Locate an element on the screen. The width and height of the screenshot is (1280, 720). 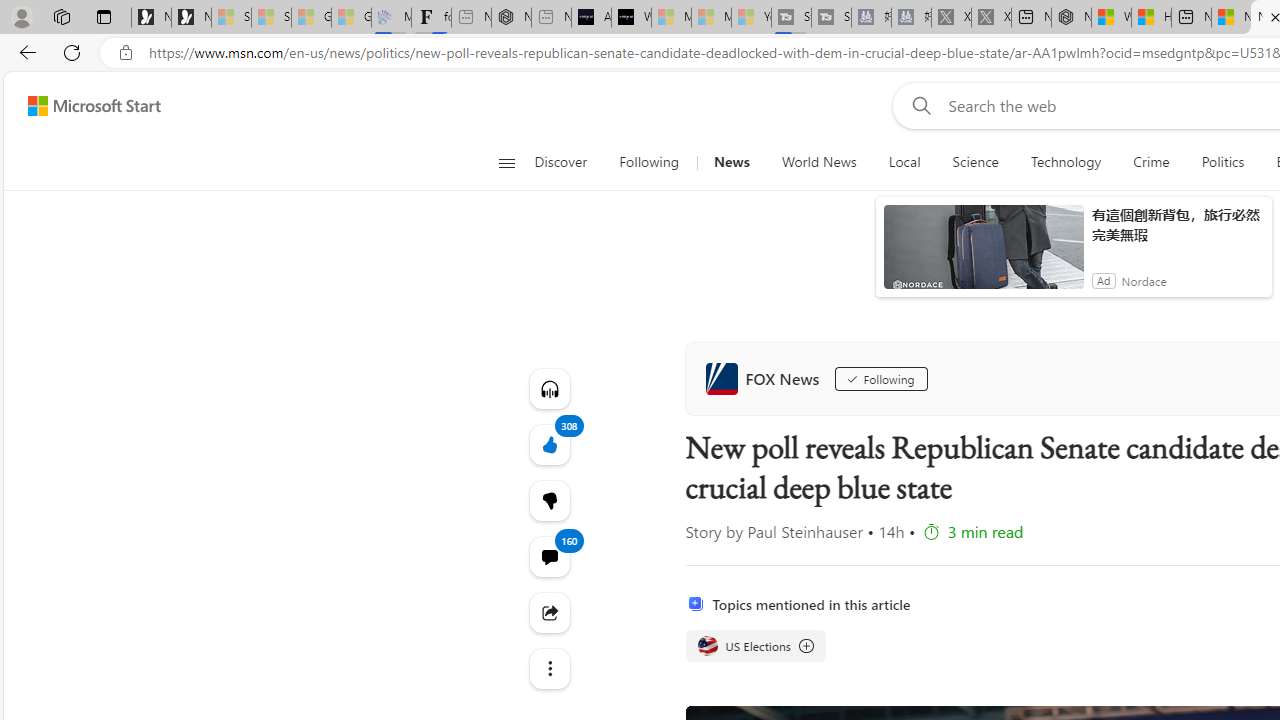
'Nordace - My Account' is located at coordinates (1070, 17).